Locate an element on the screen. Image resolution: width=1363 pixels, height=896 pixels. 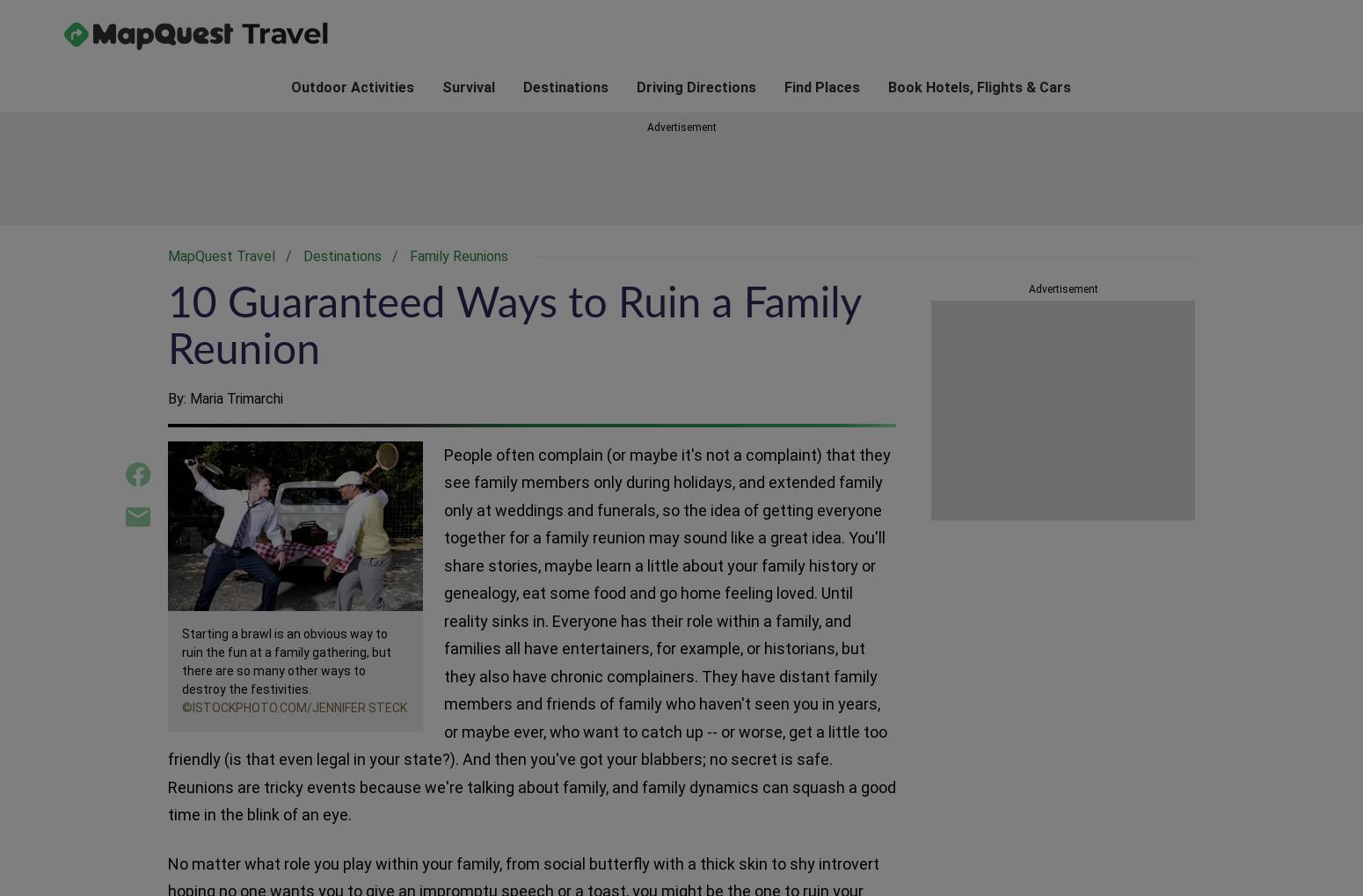
'©iStockphoto.com/Jennifer Steck' is located at coordinates (293, 706).